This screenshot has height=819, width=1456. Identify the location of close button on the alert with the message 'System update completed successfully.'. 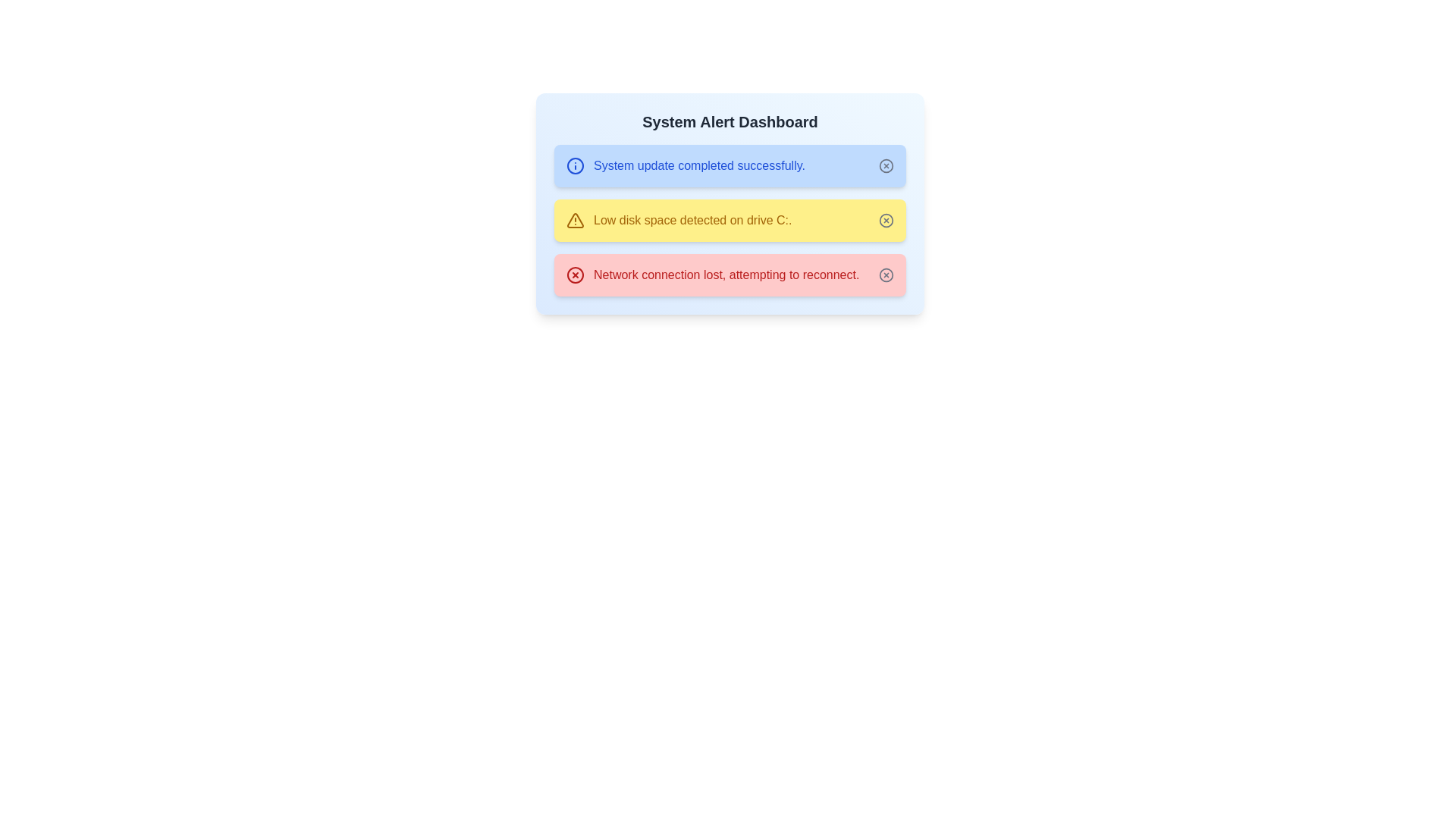
(886, 166).